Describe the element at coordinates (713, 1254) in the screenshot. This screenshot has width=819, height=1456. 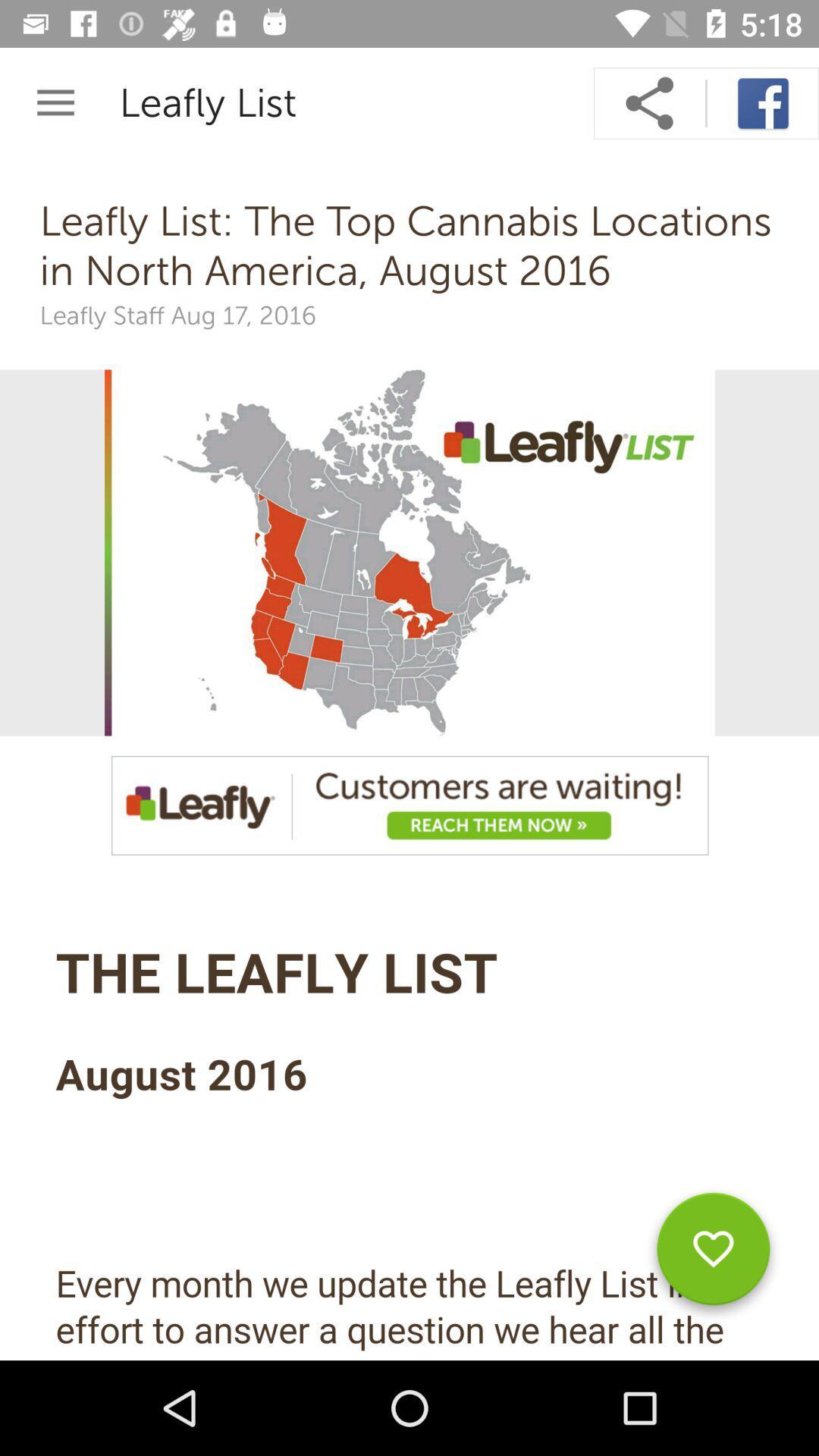
I see `to favorite` at that location.